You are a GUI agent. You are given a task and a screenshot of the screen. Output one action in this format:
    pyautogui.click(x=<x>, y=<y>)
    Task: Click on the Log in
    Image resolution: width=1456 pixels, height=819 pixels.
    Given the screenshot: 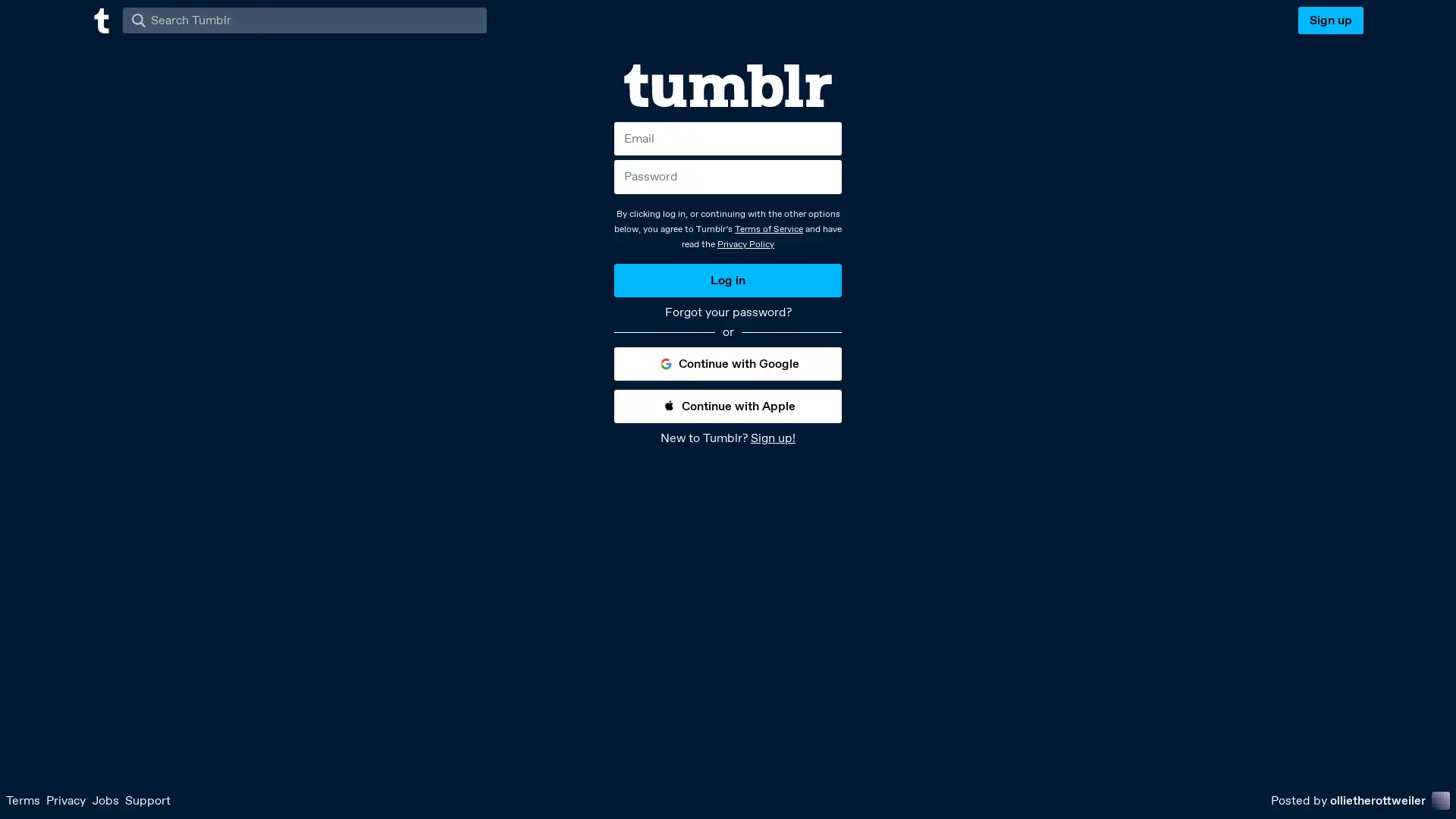 What is the action you would take?
    pyautogui.click(x=728, y=280)
    